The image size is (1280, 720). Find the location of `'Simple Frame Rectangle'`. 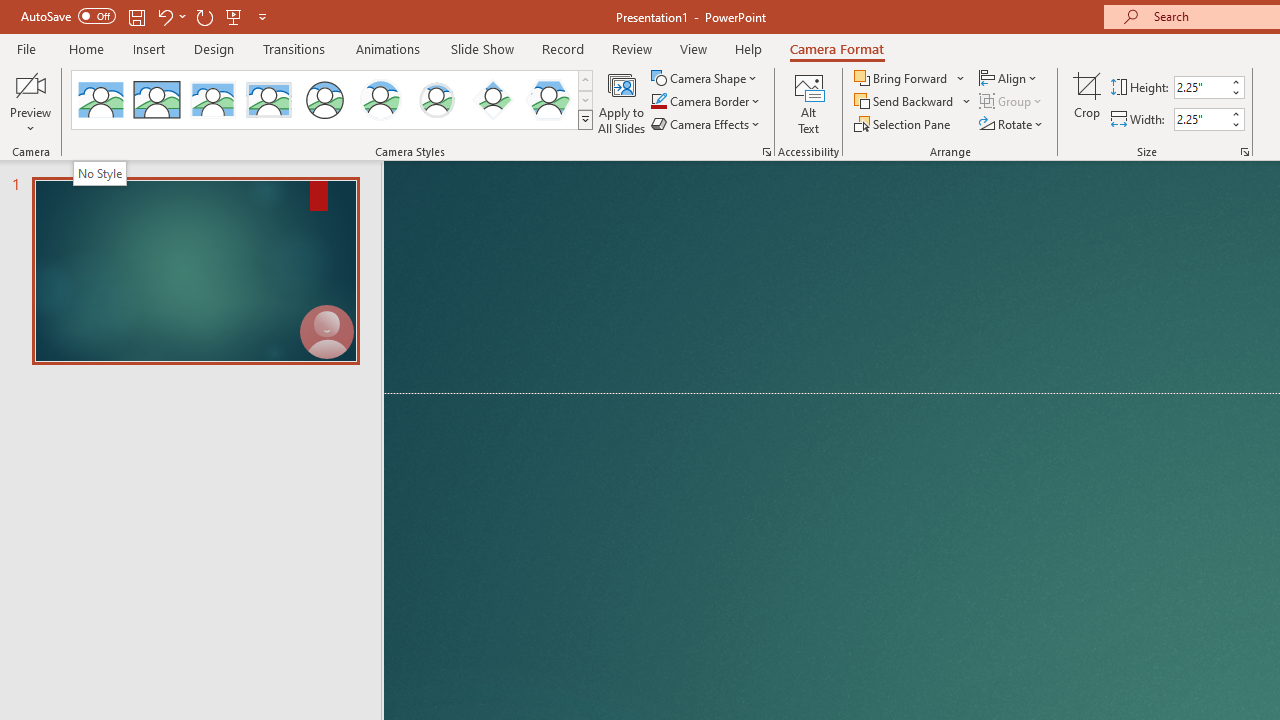

'Simple Frame Rectangle' is located at coordinates (156, 100).